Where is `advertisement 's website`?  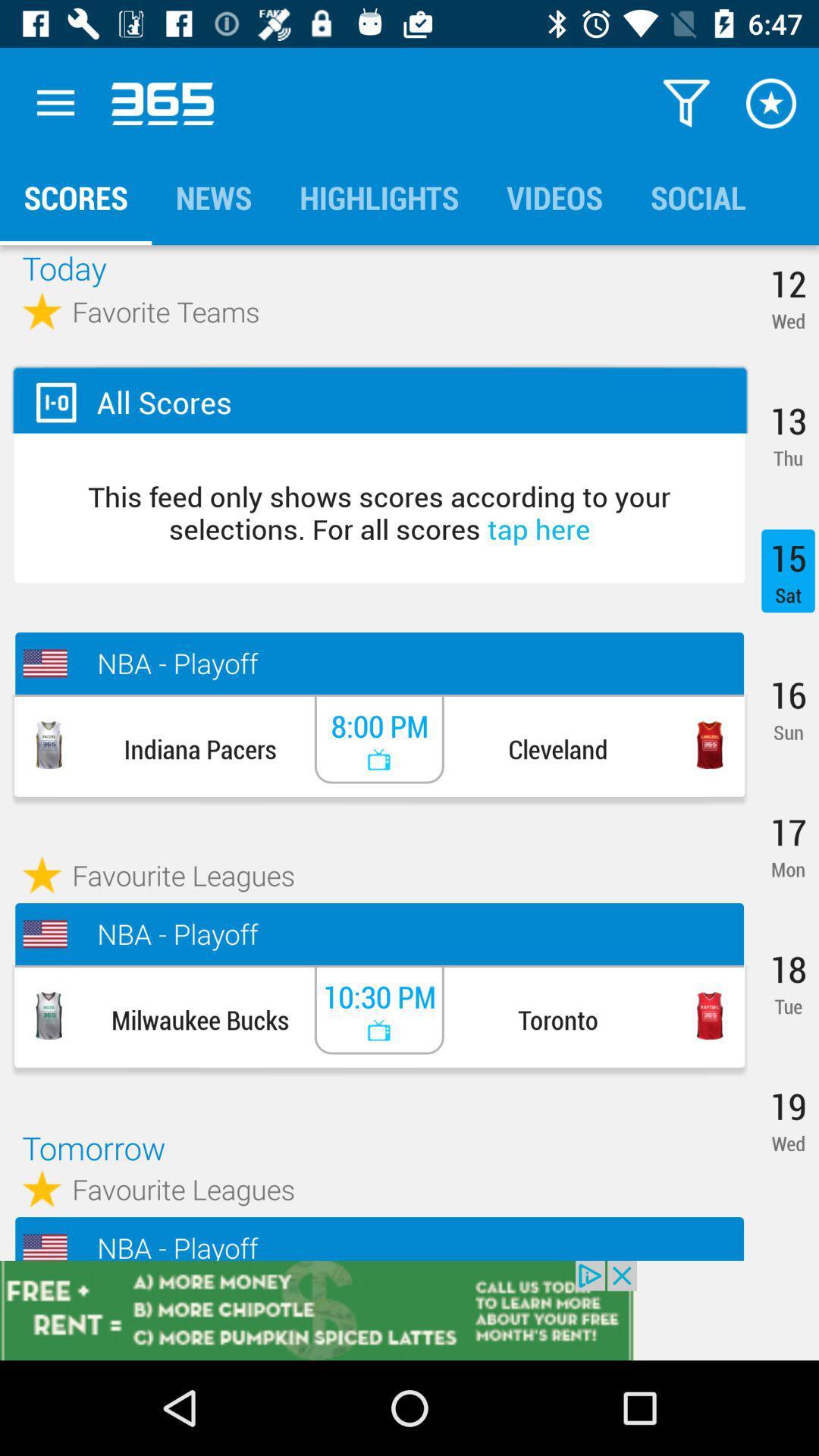 advertisement 's website is located at coordinates (409, 1310).